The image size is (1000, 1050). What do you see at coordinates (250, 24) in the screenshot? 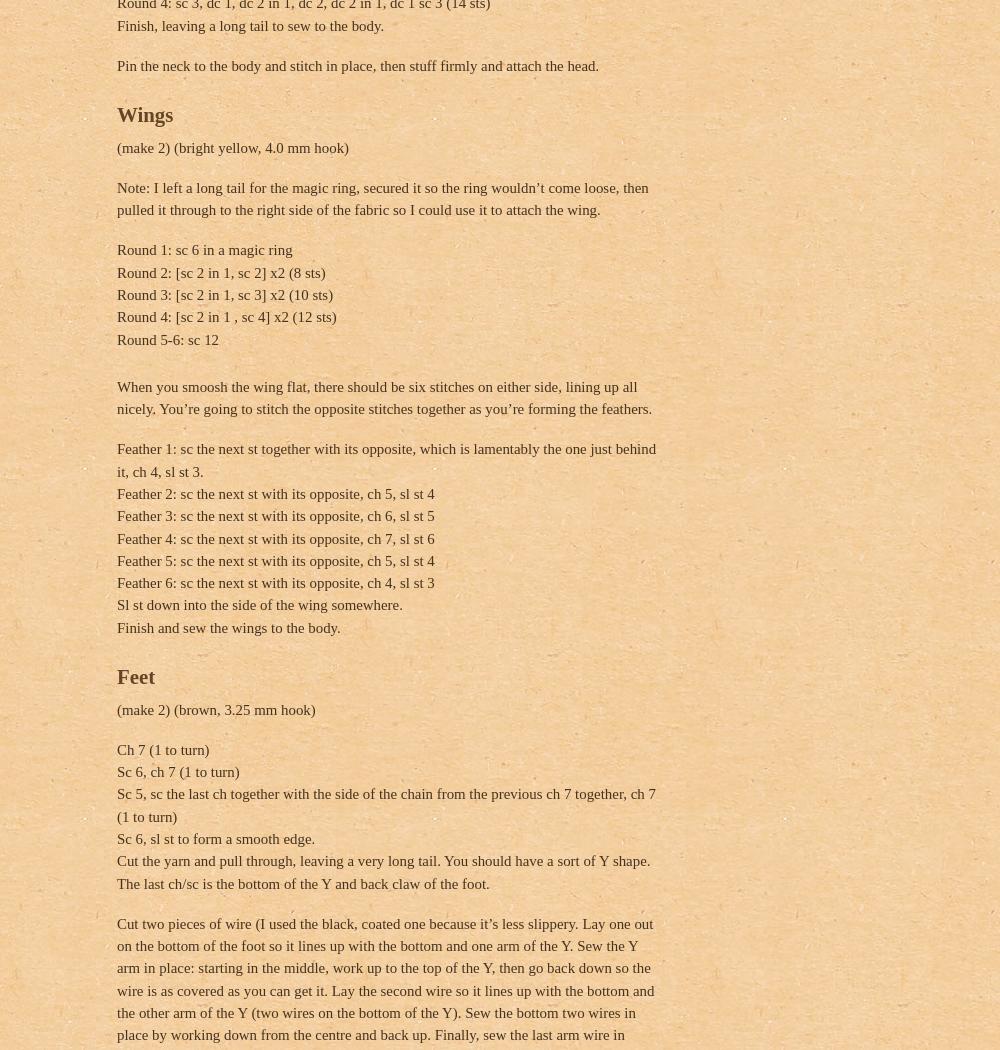
I see `'Finish, leaving a long tail to sew to the body.'` at bounding box center [250, 24].